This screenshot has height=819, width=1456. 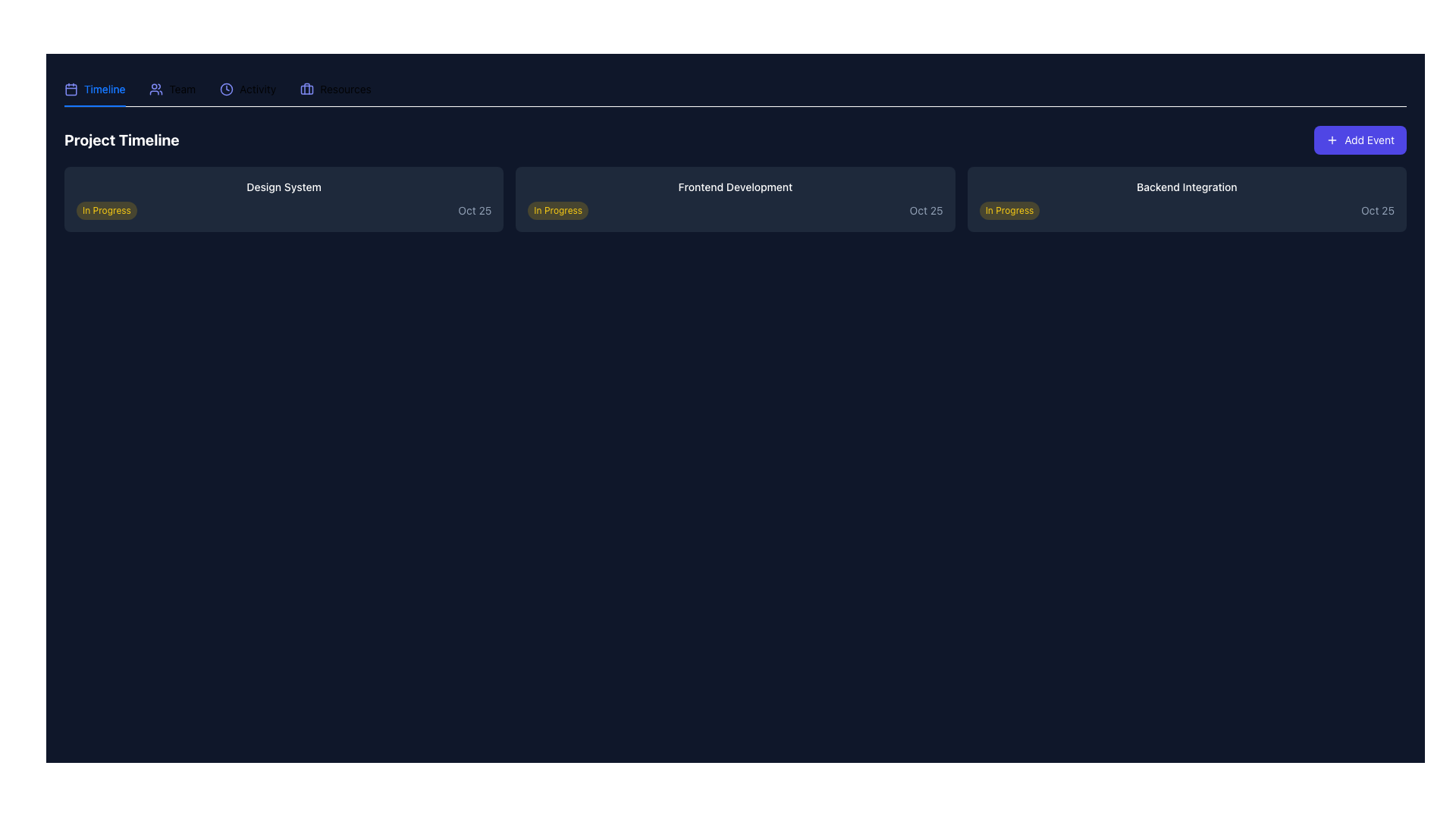 What do you see at coordinates (94, 89) in the screenshot?
I see `the 'Timeline' tab component with a calendar icon` at bounding box center [94, 89].